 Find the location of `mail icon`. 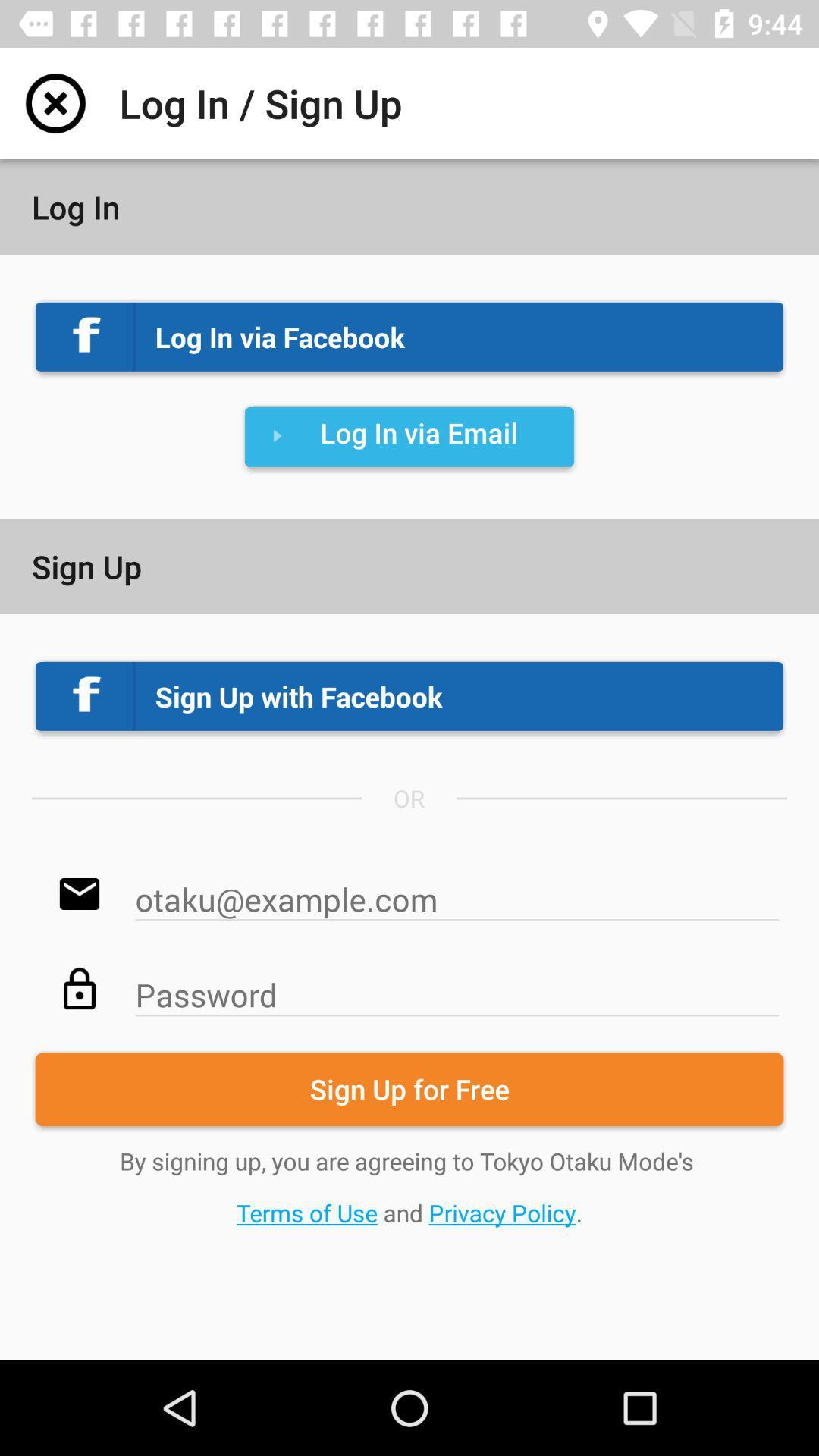

mail icon is located at coordinates (456, 891).